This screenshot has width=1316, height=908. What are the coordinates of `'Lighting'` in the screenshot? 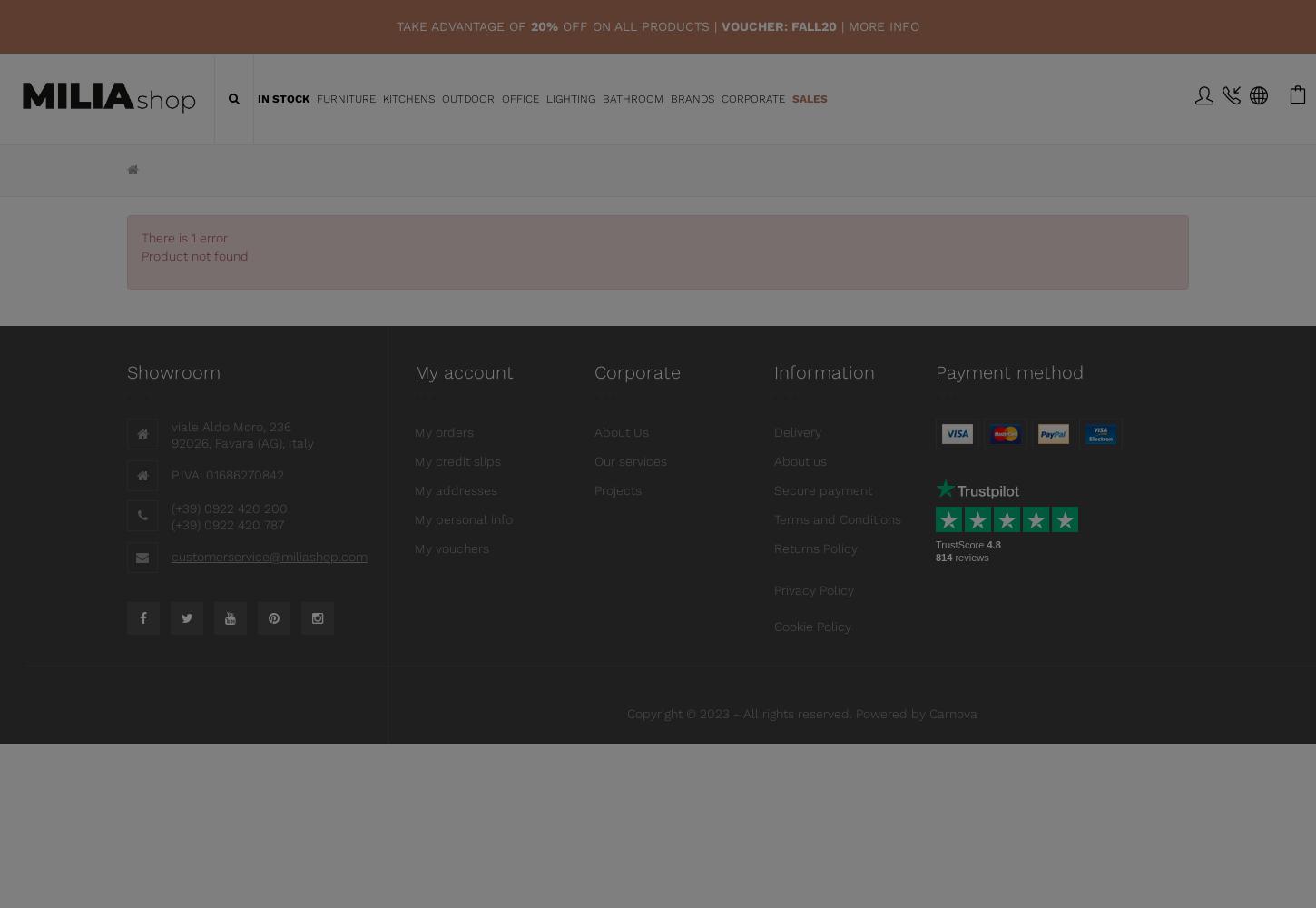 It's located at (568, 98).